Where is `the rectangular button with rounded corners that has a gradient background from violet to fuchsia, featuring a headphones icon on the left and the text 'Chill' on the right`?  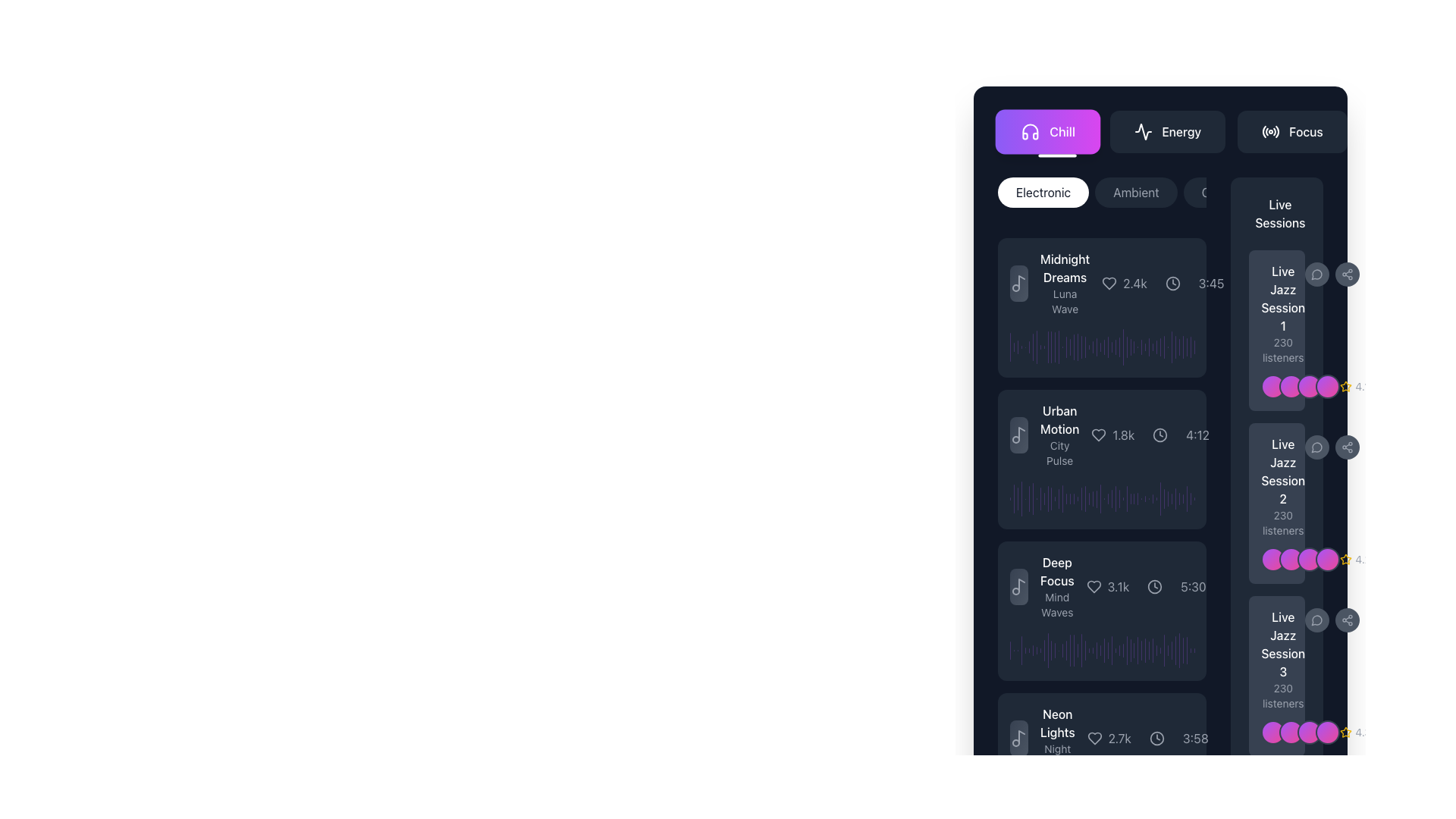
the rectangular button with rounded corners that has a gradient background from violet to fuchsia, featuring a headphones icon on the left and the text 'Chill' on the right is located at coordinates (1047, 130).